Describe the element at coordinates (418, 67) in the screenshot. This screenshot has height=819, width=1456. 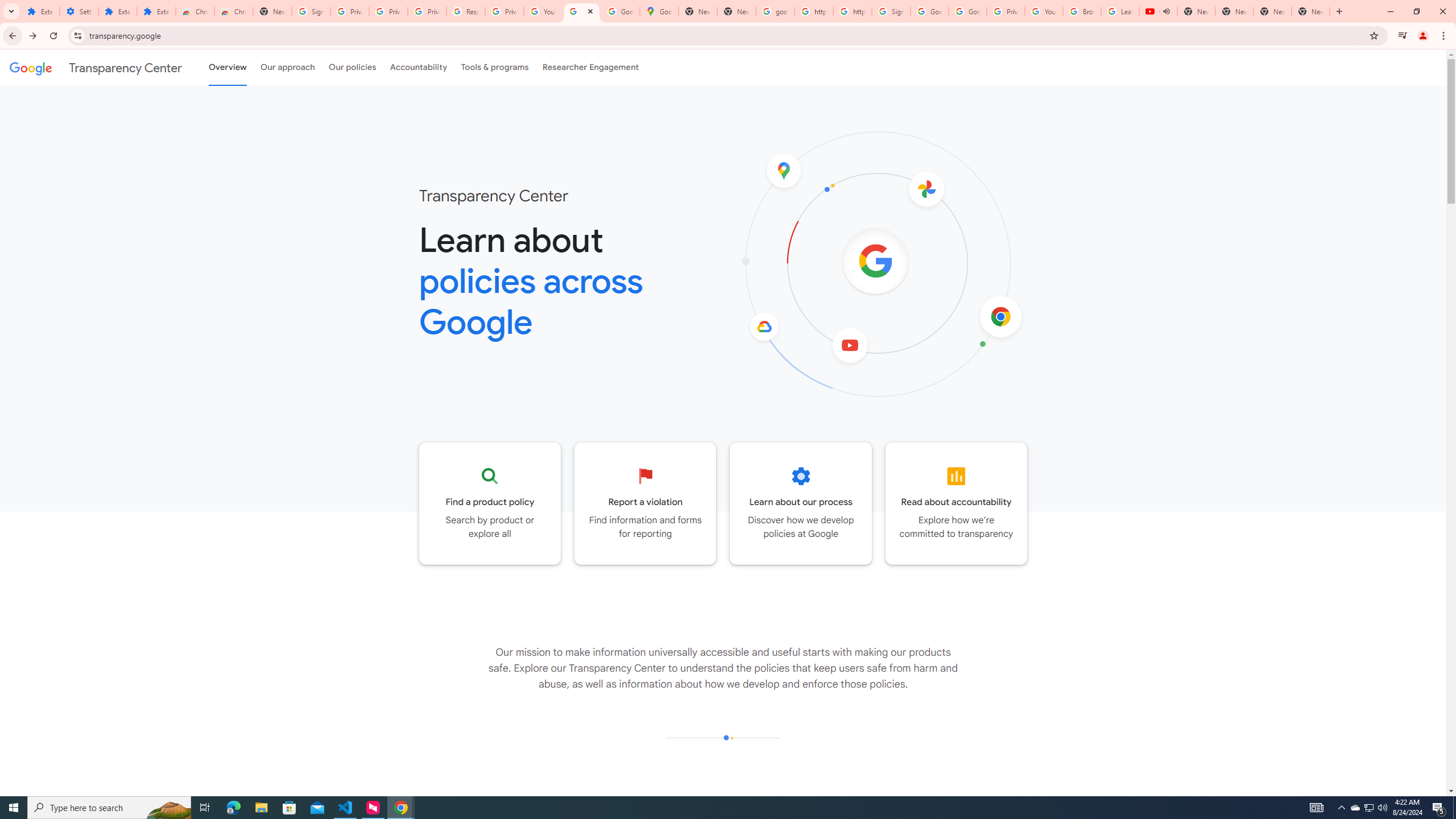
I see `'Accountability'` at that location.